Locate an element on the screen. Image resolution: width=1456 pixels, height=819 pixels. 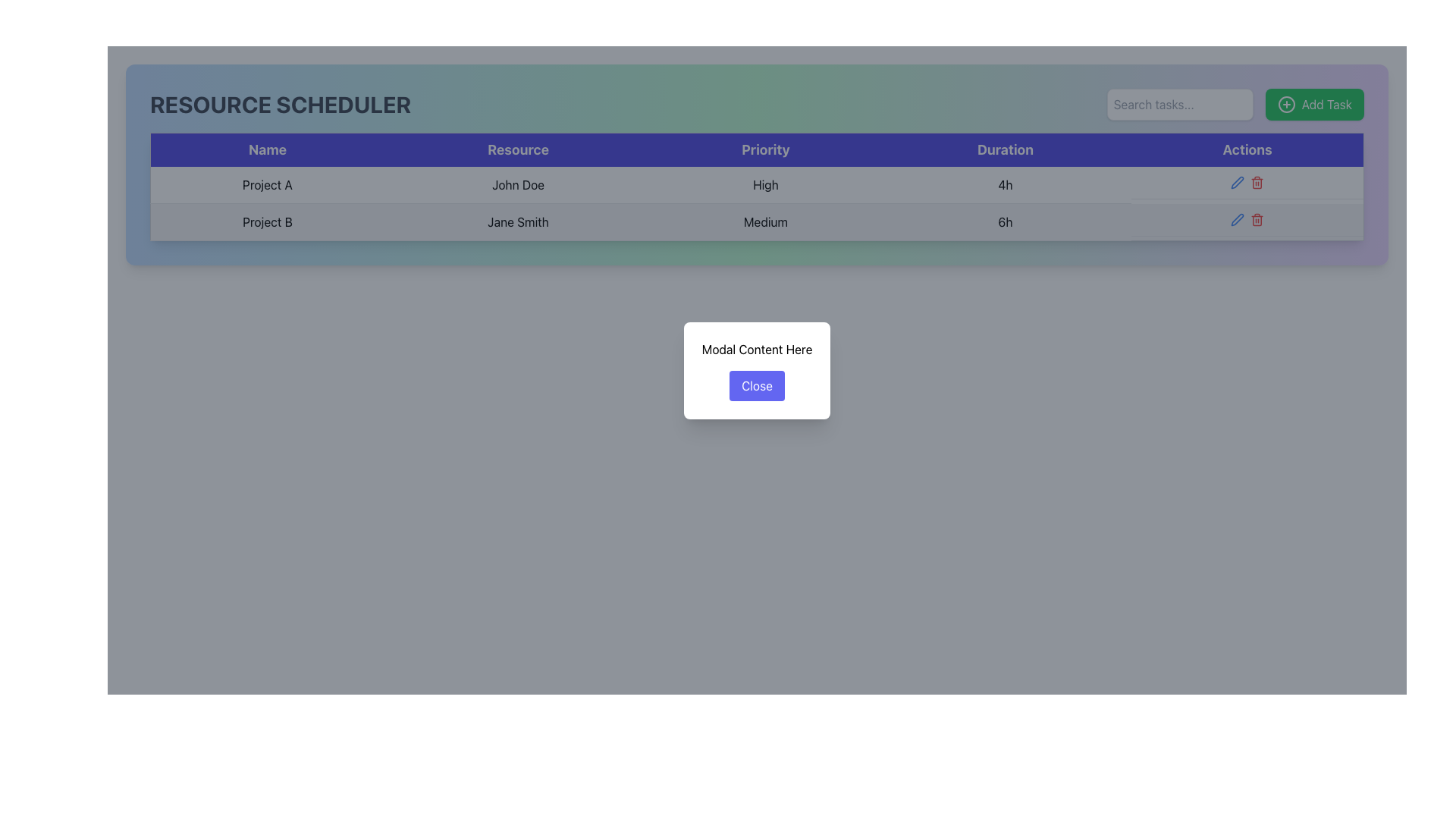
the 'Priority' label, which is a bold white text on a dark blue background, located in the header section of the application is located at coordinates (765, 149).